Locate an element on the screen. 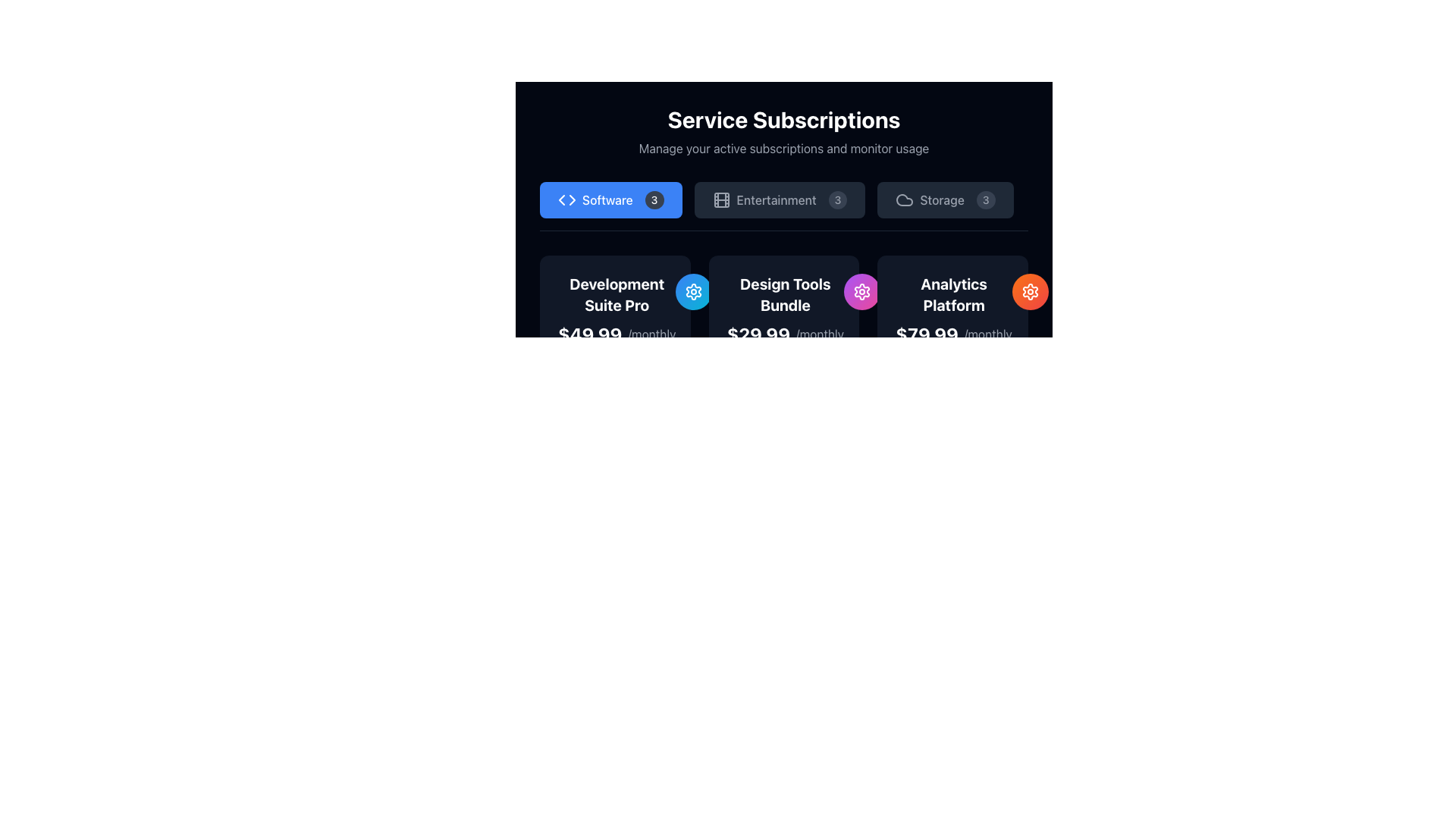  text information from the 'Design Tools Bundle' element, which is styled in bold, large white font with a price tag of '$29.99/monthly' below it, located in the center of the second subscription item is located at coordinates (785, 309).